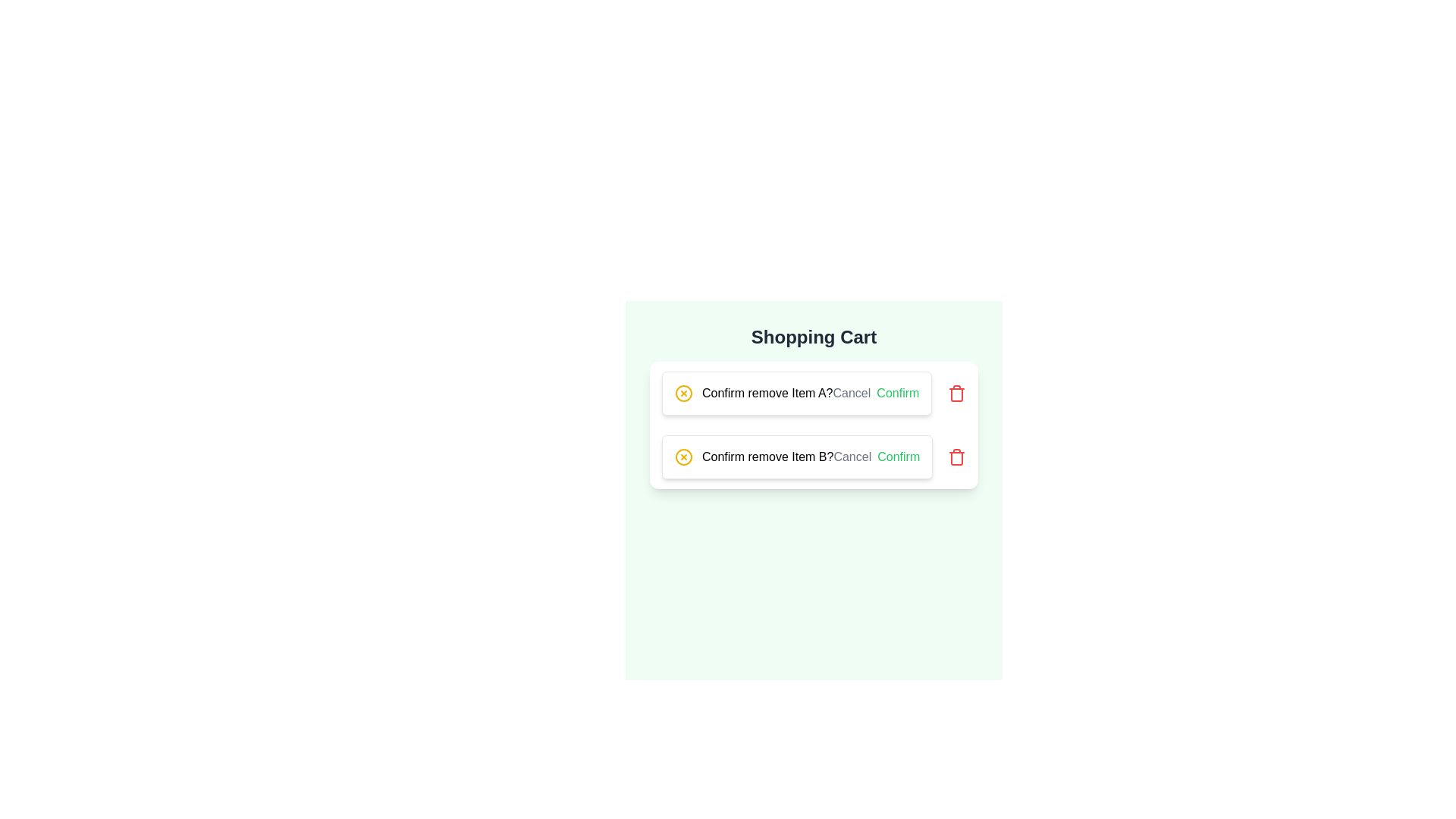 The height and width of the screenshot is (819, 1456). Describe the element at coordinates (767, 393) in the screenshot. I see `the static text element that informs the user about the action they are about to confirm or cancel, centrally aligned in the upper dialog box, positioned between an icon and the 'Cancel' and 'Confirm' buttons` at that location.